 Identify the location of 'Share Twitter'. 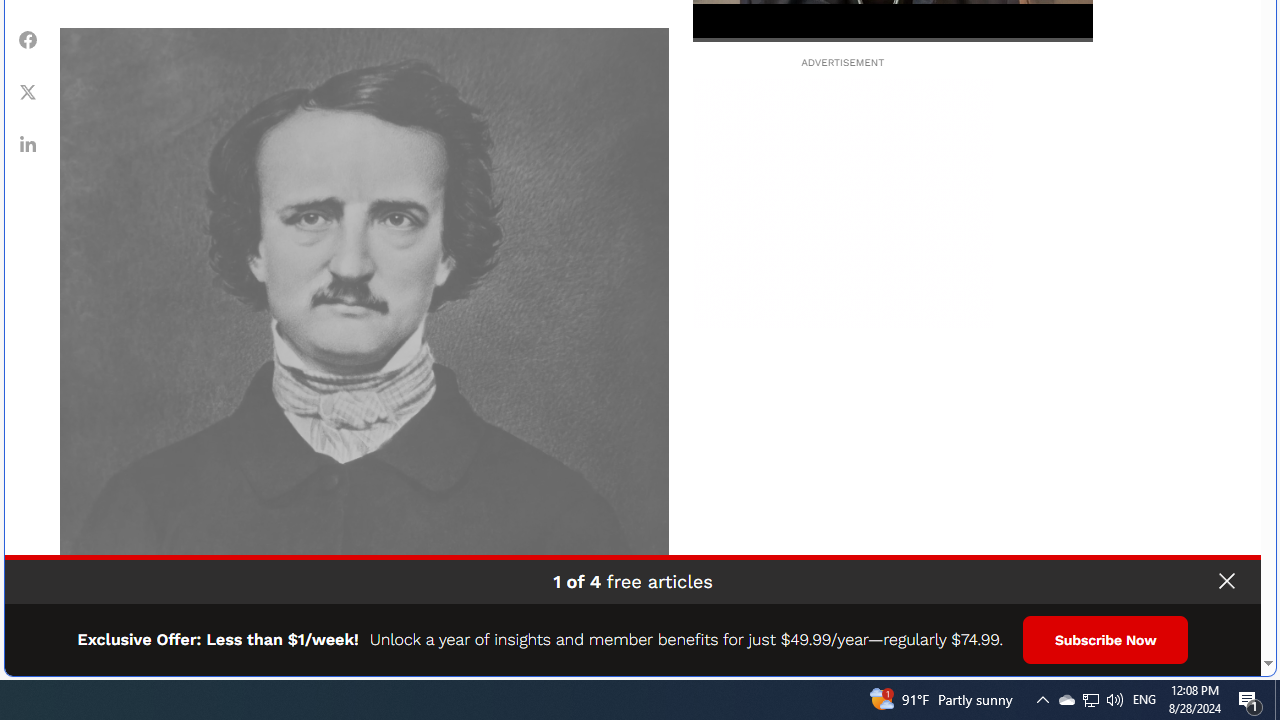
(28, 91).